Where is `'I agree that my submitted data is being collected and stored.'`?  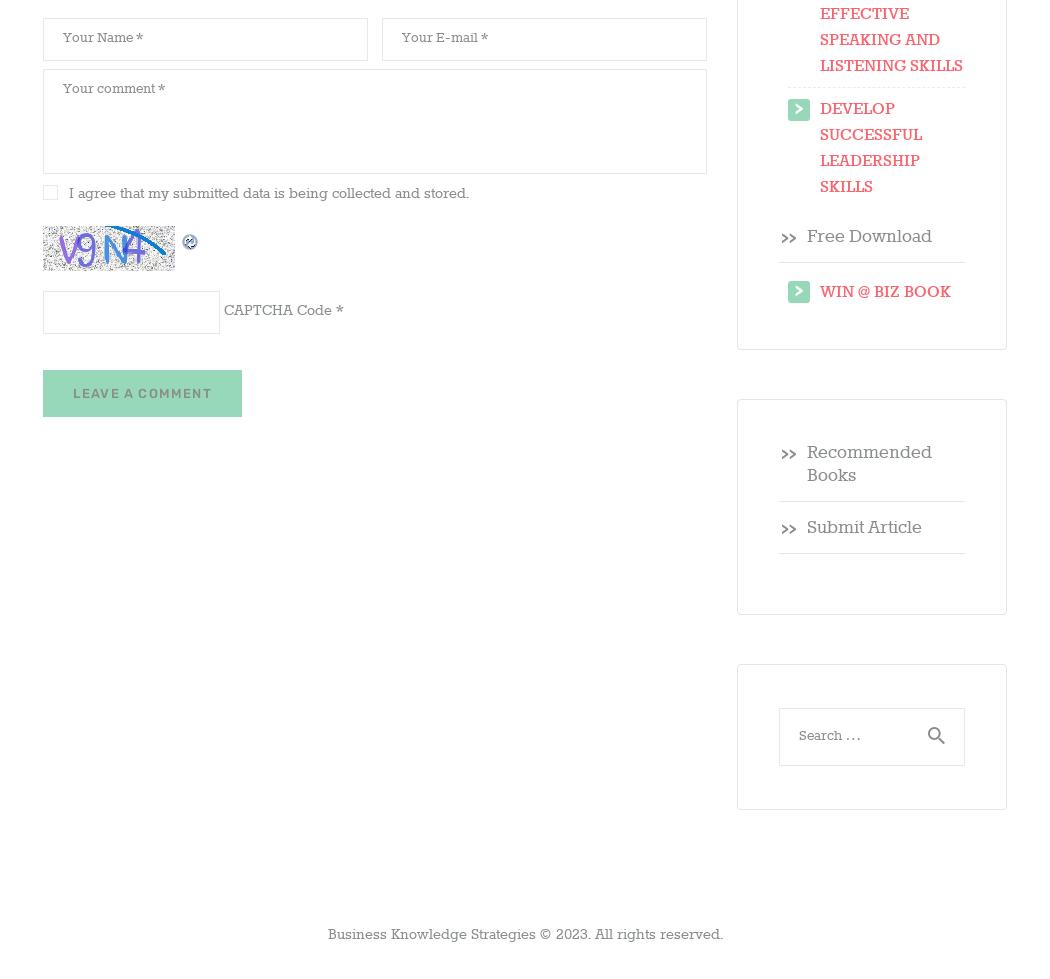
'I agree that my submitted data is being collected and stored.' is located at coordinates (266, 194).